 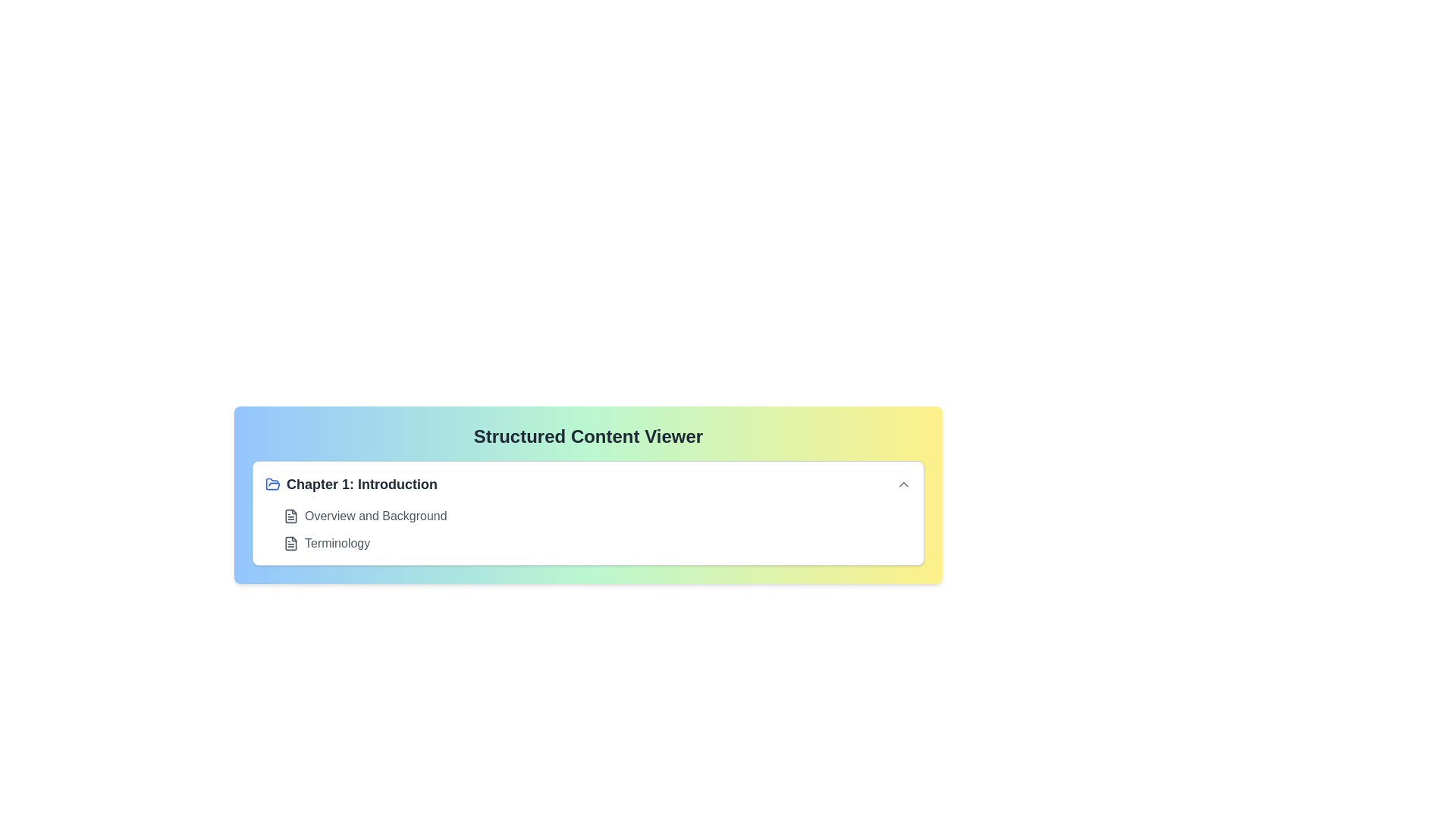 What do you see at coordinates (350, 485) in the screenshot?
I see `the Section Header with Icon that has a blue folder icon and the bold gray text 'Chapter 1: Introduction' to edit the title` at bounding box center [350, 485].